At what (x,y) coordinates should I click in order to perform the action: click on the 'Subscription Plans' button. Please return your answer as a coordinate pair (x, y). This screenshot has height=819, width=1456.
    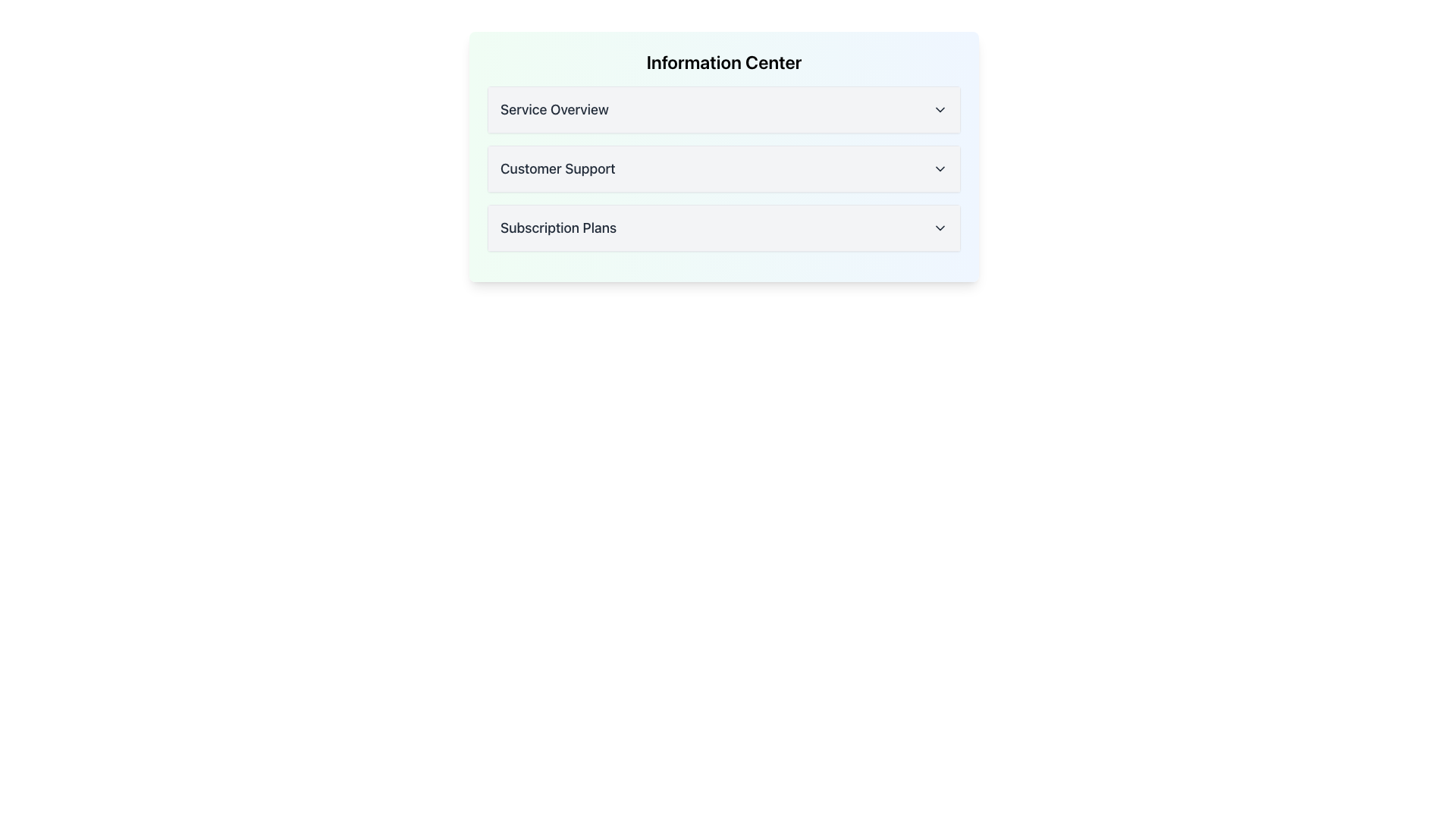
    Looking at the image, I should click on (723, 227).